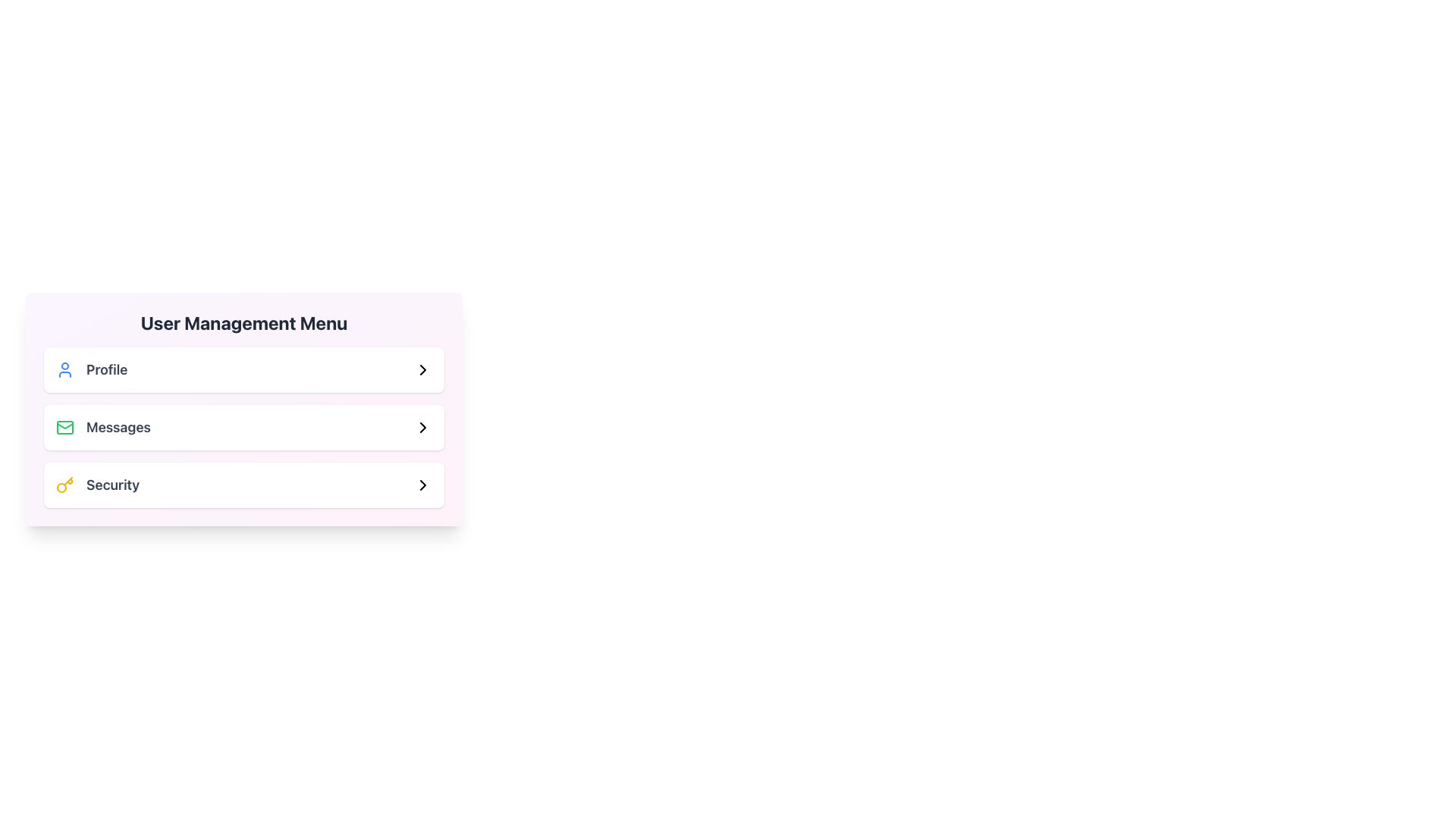 The height and width of the screenshot is (819, 1456). I want to click on the user profile icon in the 'User Management Menu' which visually represents the 'Profile' option, located on the leftmost side before the 'Profile' label, so click(64, 370).